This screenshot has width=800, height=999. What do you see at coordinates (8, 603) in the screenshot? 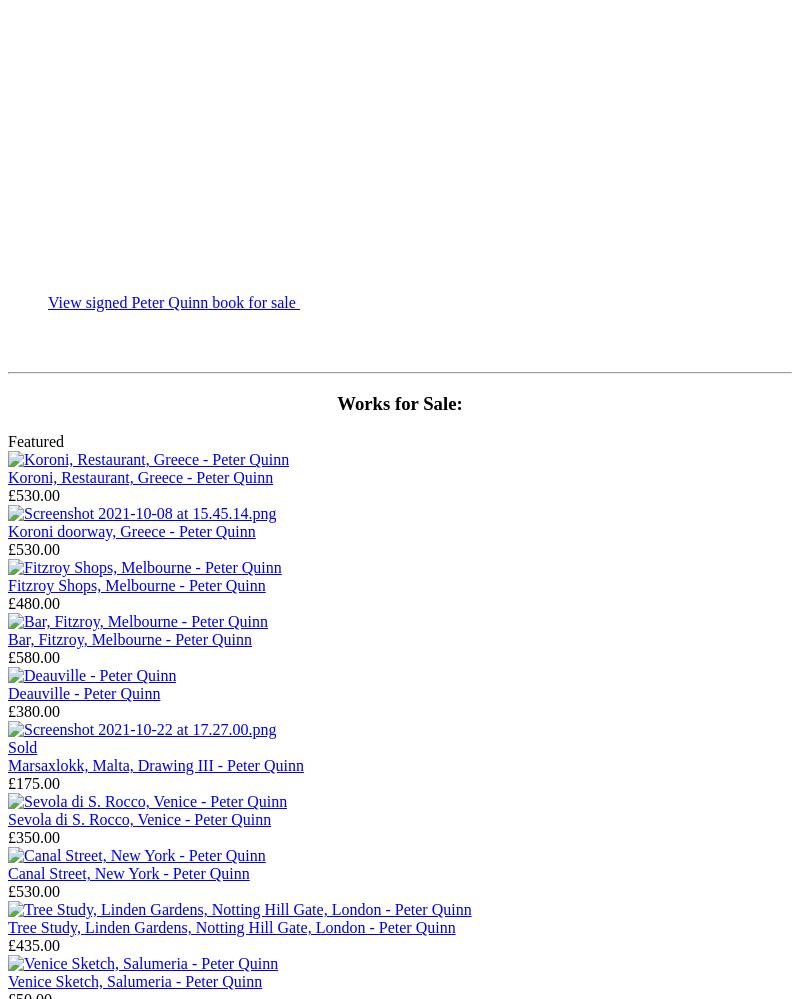
I see `'£480.00'` at bounding box center [8, 603].